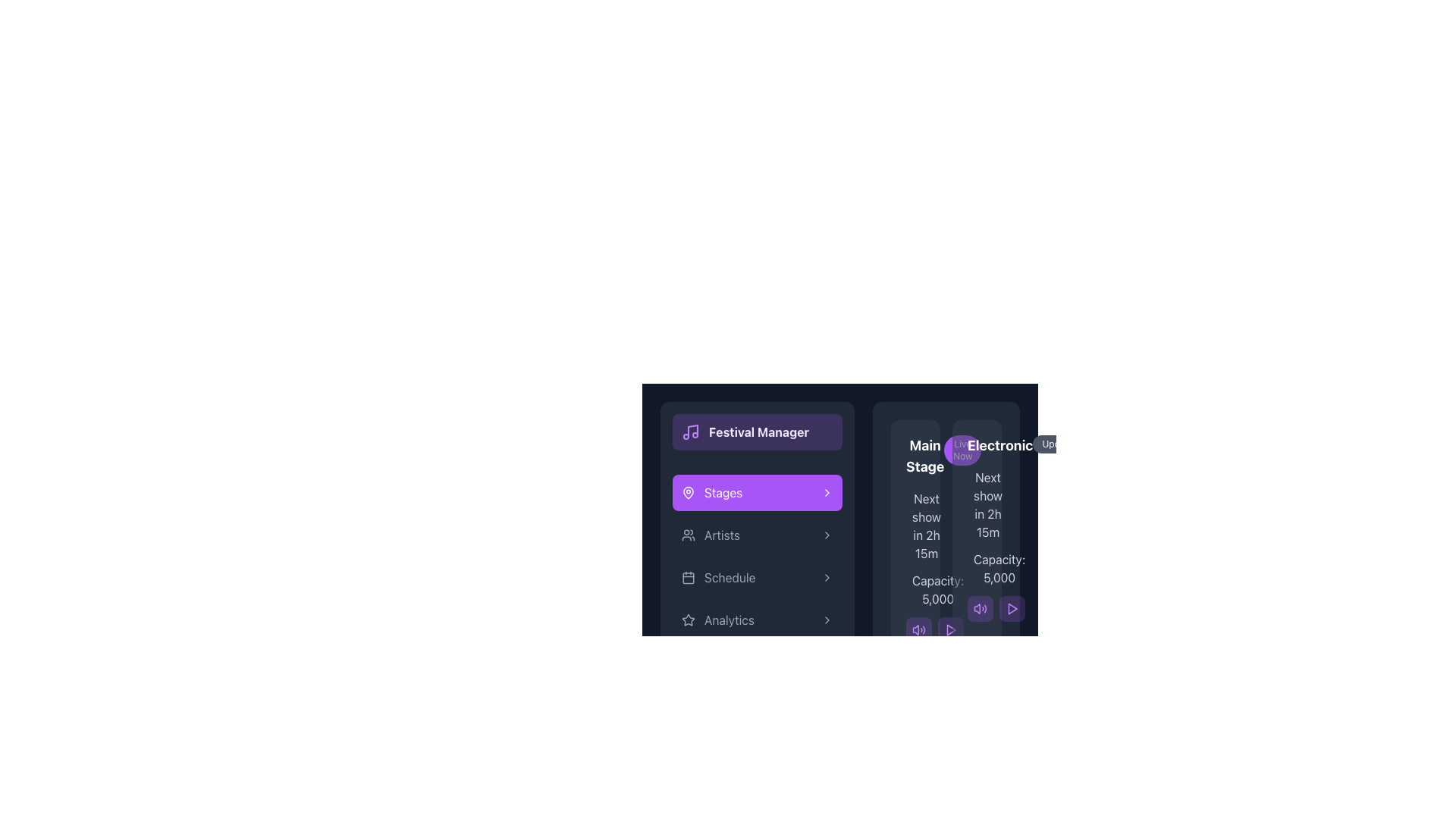 The width and height of the screenshot is (1456, 819). I want to click on the Text Label displaying the capacity of '5,000' located in the right panel under 'Electronic Stage', below 'Next show in 2h 15m', so click(977, 568).